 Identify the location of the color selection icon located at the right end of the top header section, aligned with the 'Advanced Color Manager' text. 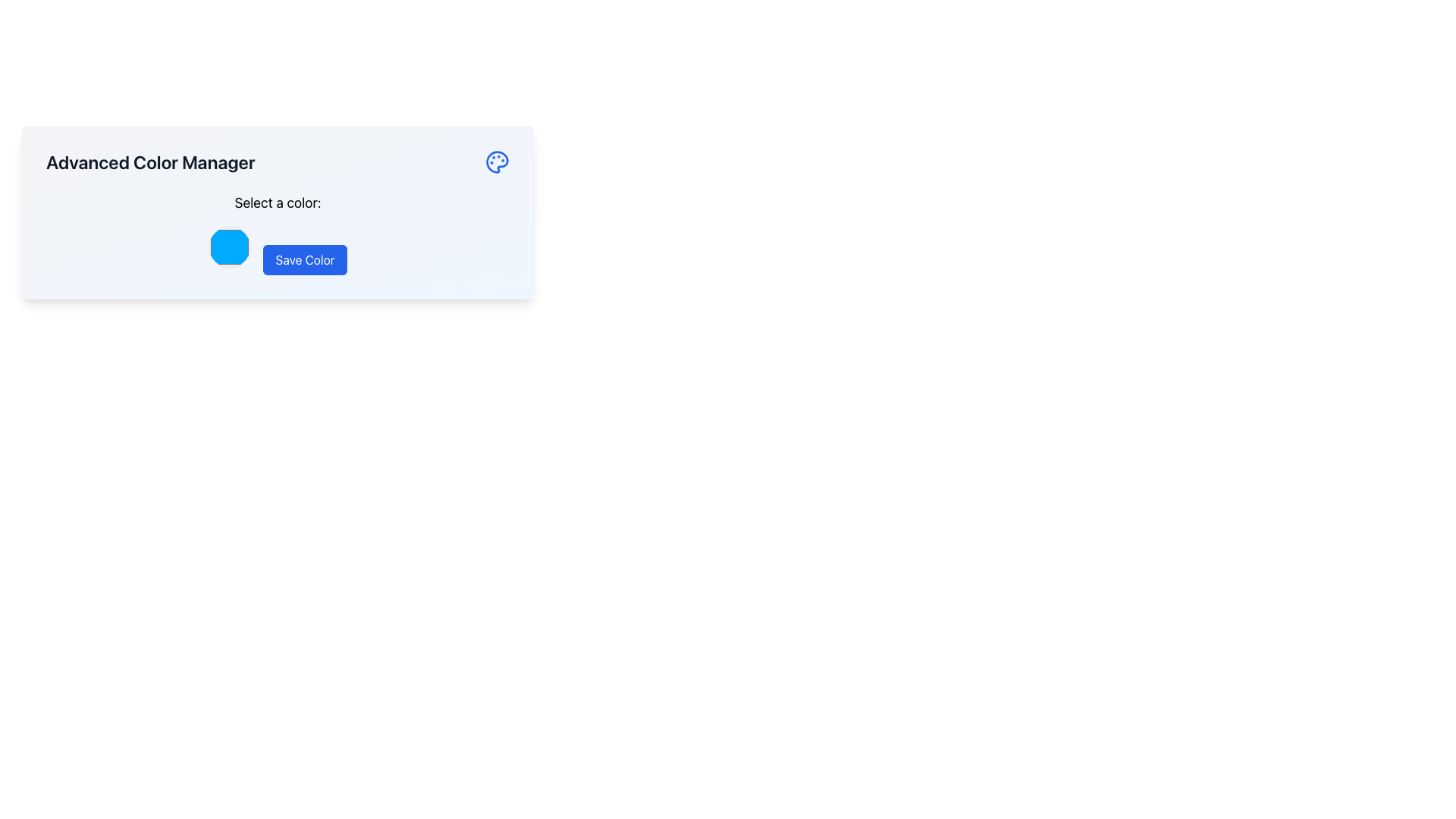
(497, 162).